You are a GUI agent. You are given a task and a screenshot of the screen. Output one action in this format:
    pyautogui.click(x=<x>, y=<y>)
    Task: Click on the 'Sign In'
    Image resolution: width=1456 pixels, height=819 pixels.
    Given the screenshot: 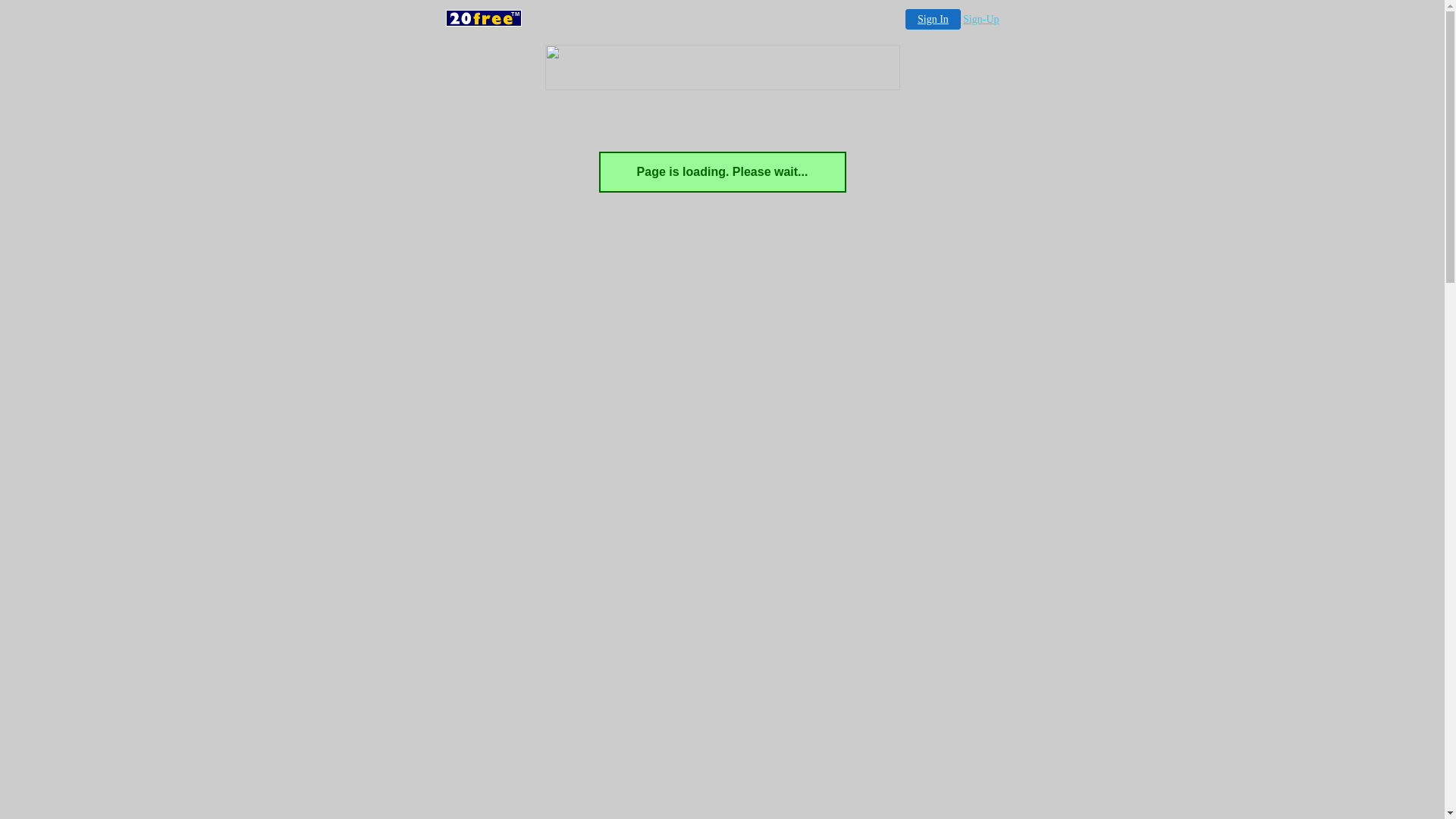 What is the action you would take?
    pyautogui.click(x=932, y=19)
    